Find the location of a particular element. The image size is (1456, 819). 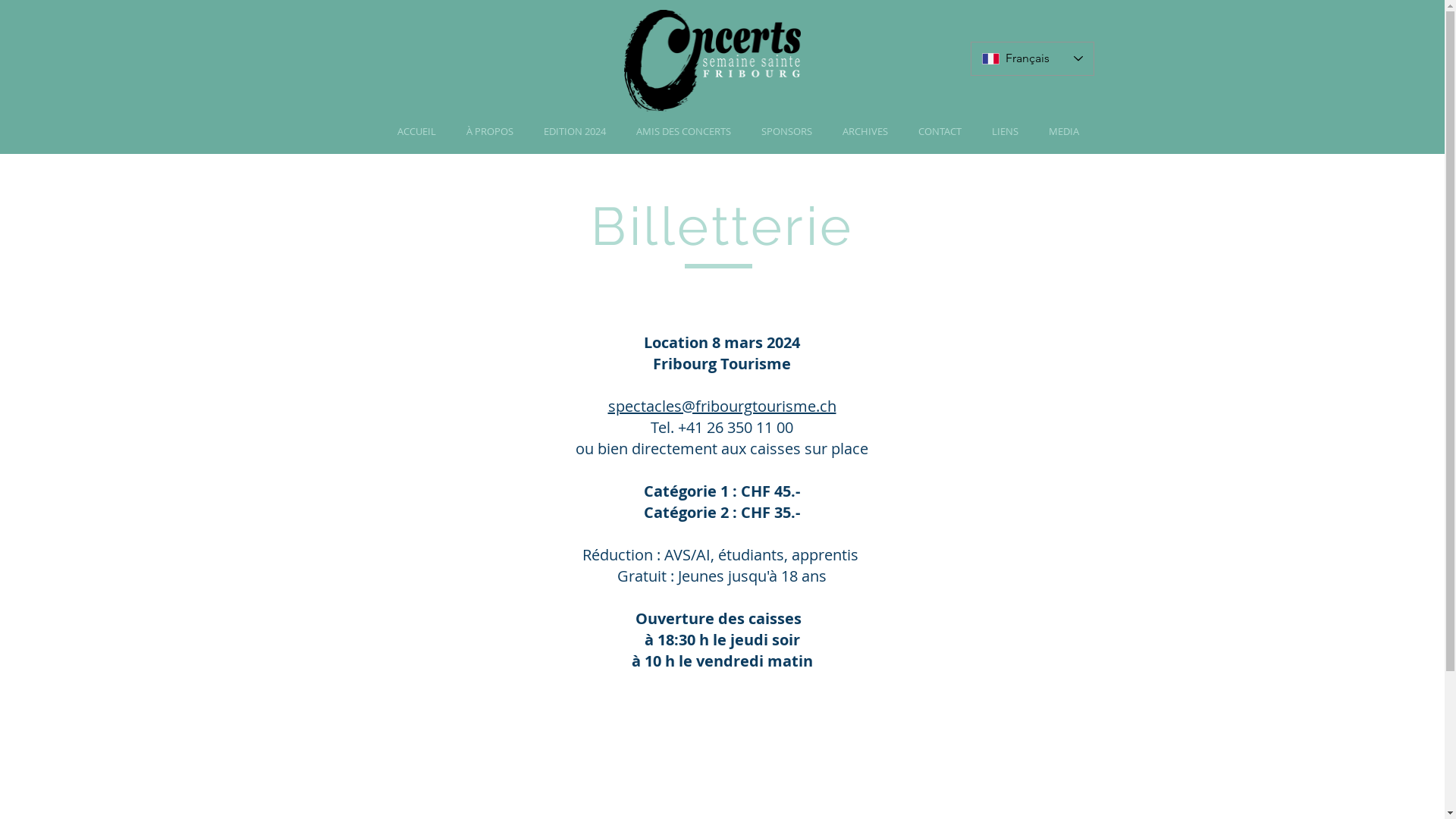

'ACCUEIL' is located at coordinates (416, 130).